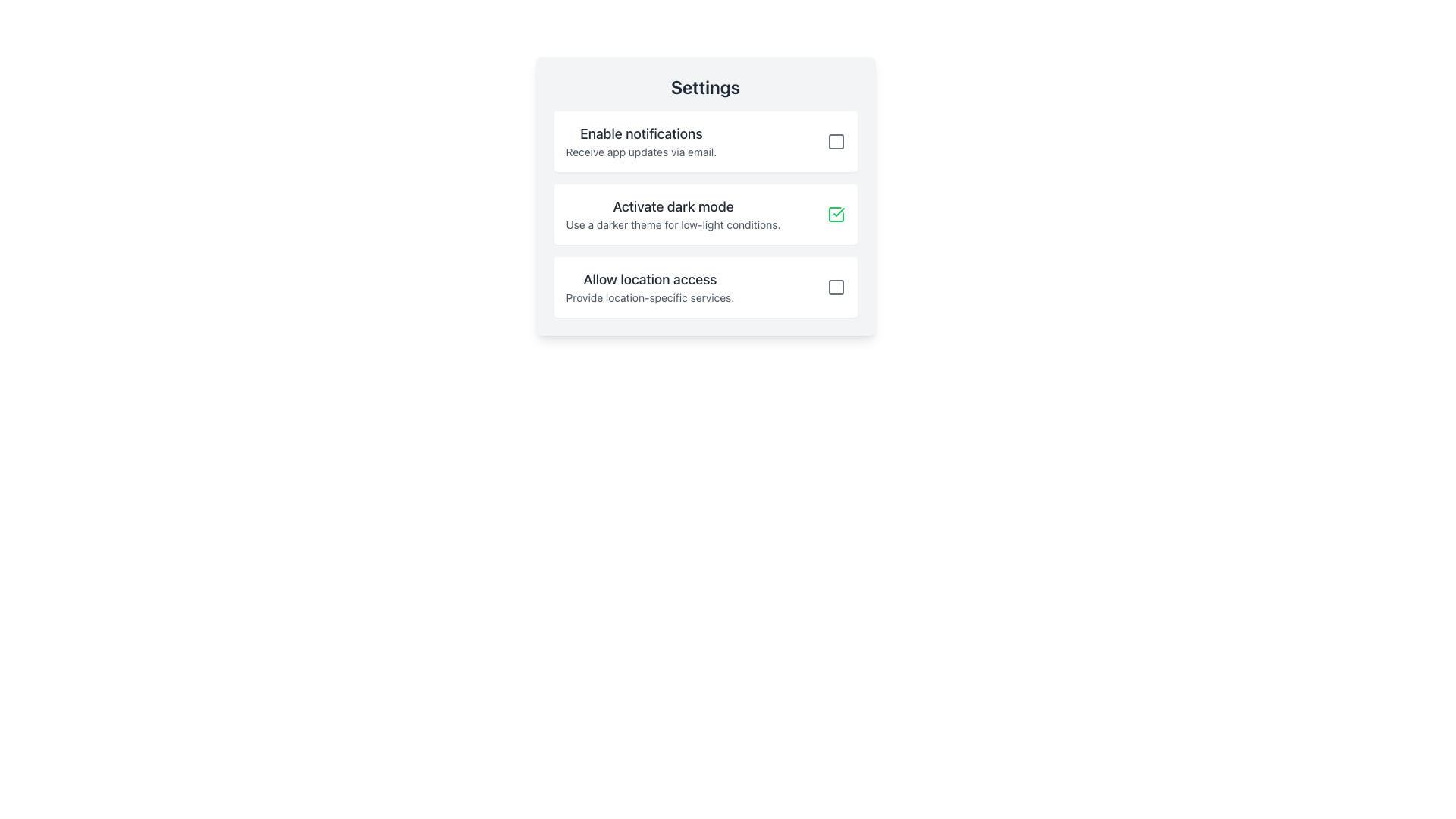  Describe the element at coordinates (650, 287) in the screenshot. I see `the text block containing 'Allow location access' and 'Provide location-specific services' within the third card in the 'Settings' section` at that location.